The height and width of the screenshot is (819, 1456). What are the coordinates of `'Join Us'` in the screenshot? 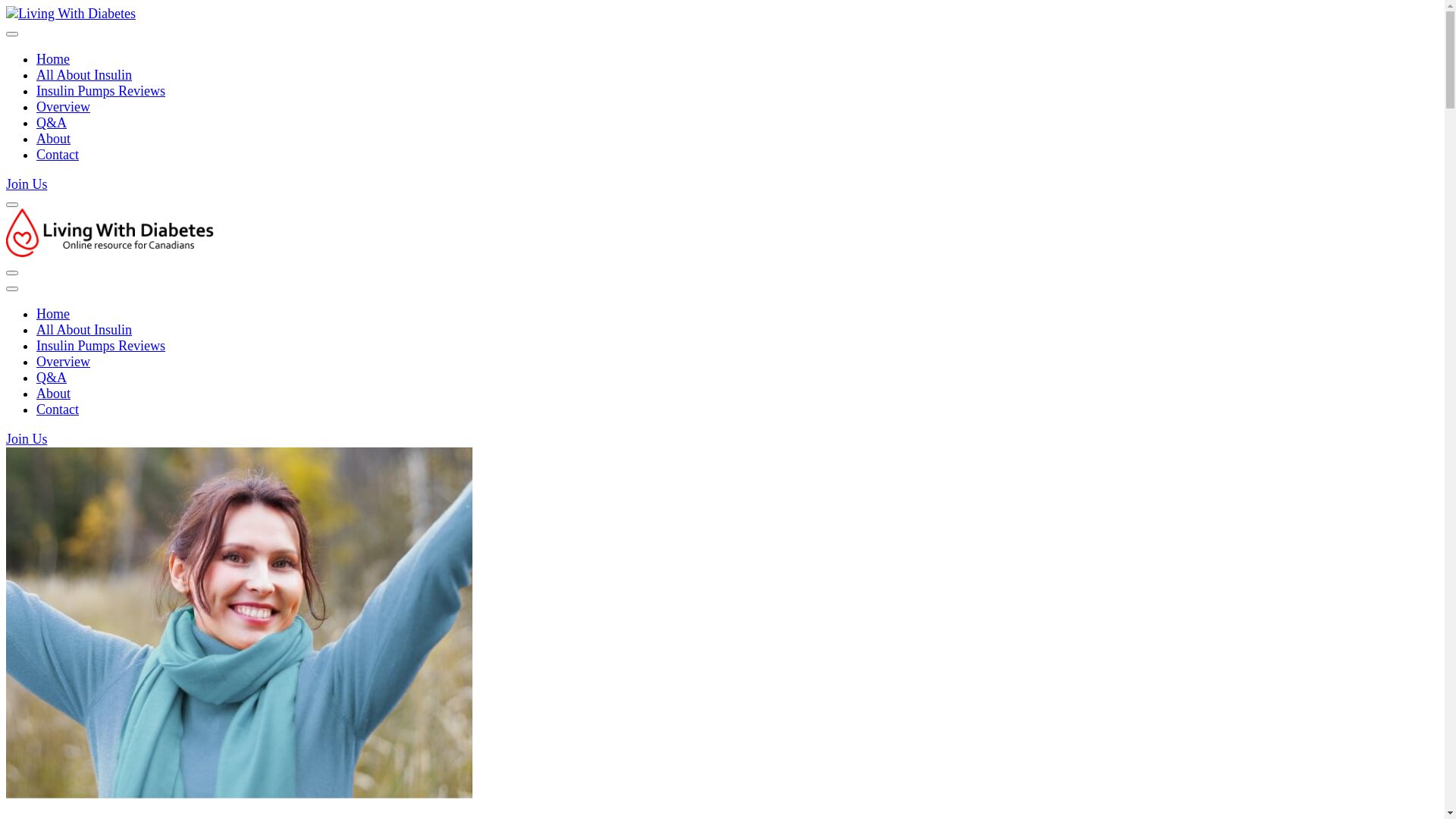 It's located at (27, 184).